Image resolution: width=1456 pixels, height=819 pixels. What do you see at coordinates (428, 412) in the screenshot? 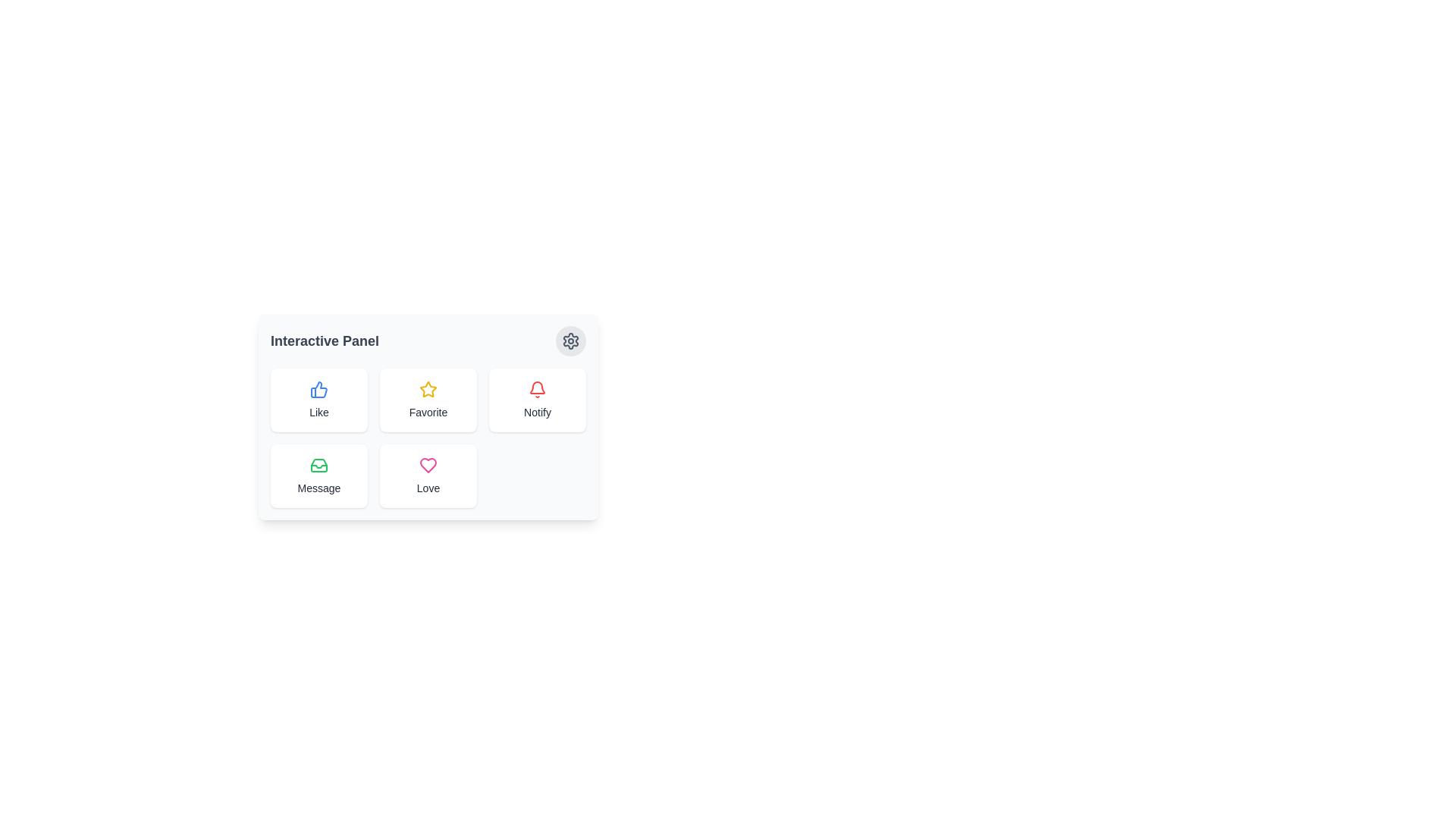
I see `the textual label indicating 'Favorite' located beneath the star icon in the card component within the grid layout` at bounding box center [428, 412].